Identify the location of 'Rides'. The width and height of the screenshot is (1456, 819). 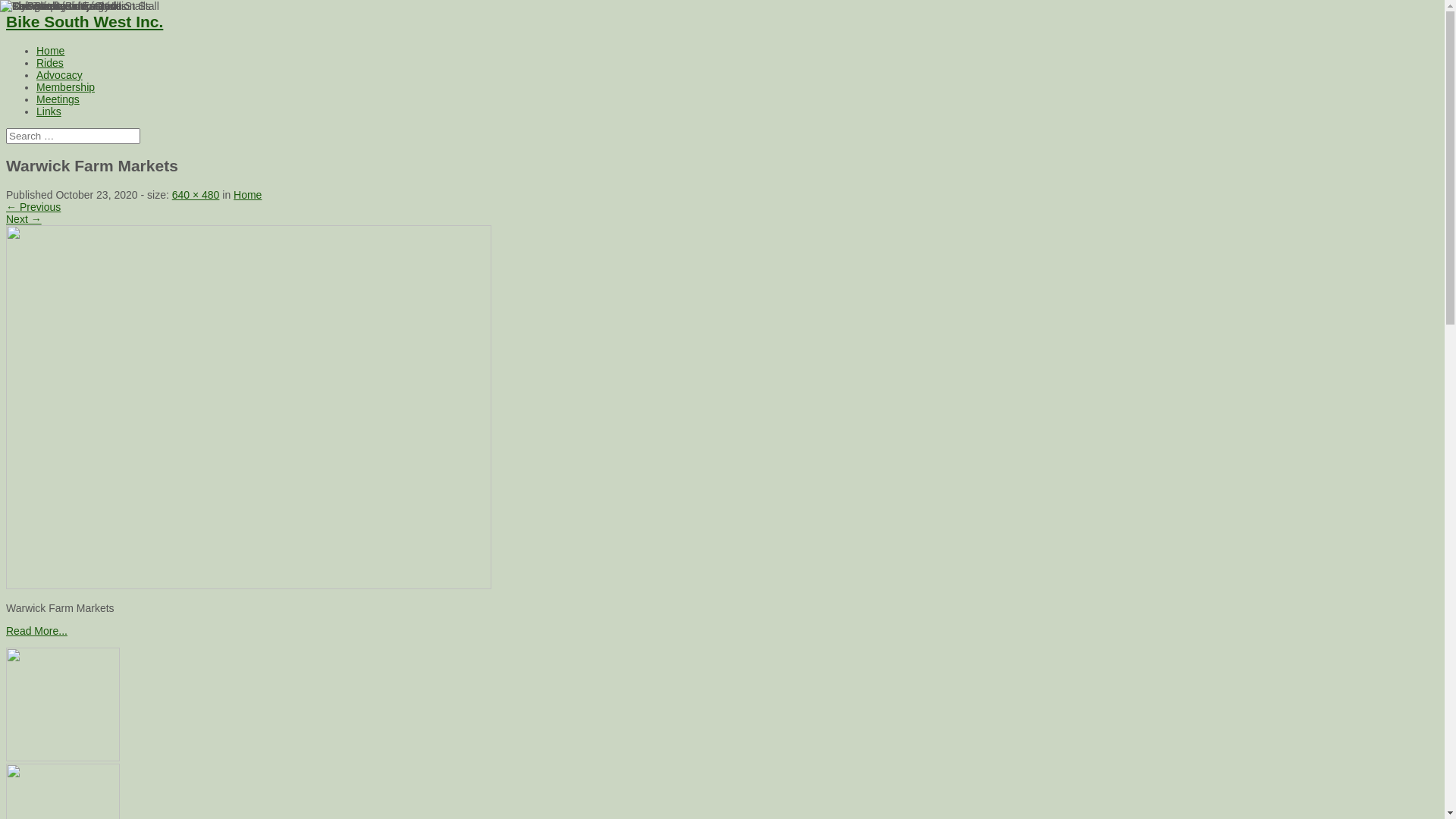
(50, 62).